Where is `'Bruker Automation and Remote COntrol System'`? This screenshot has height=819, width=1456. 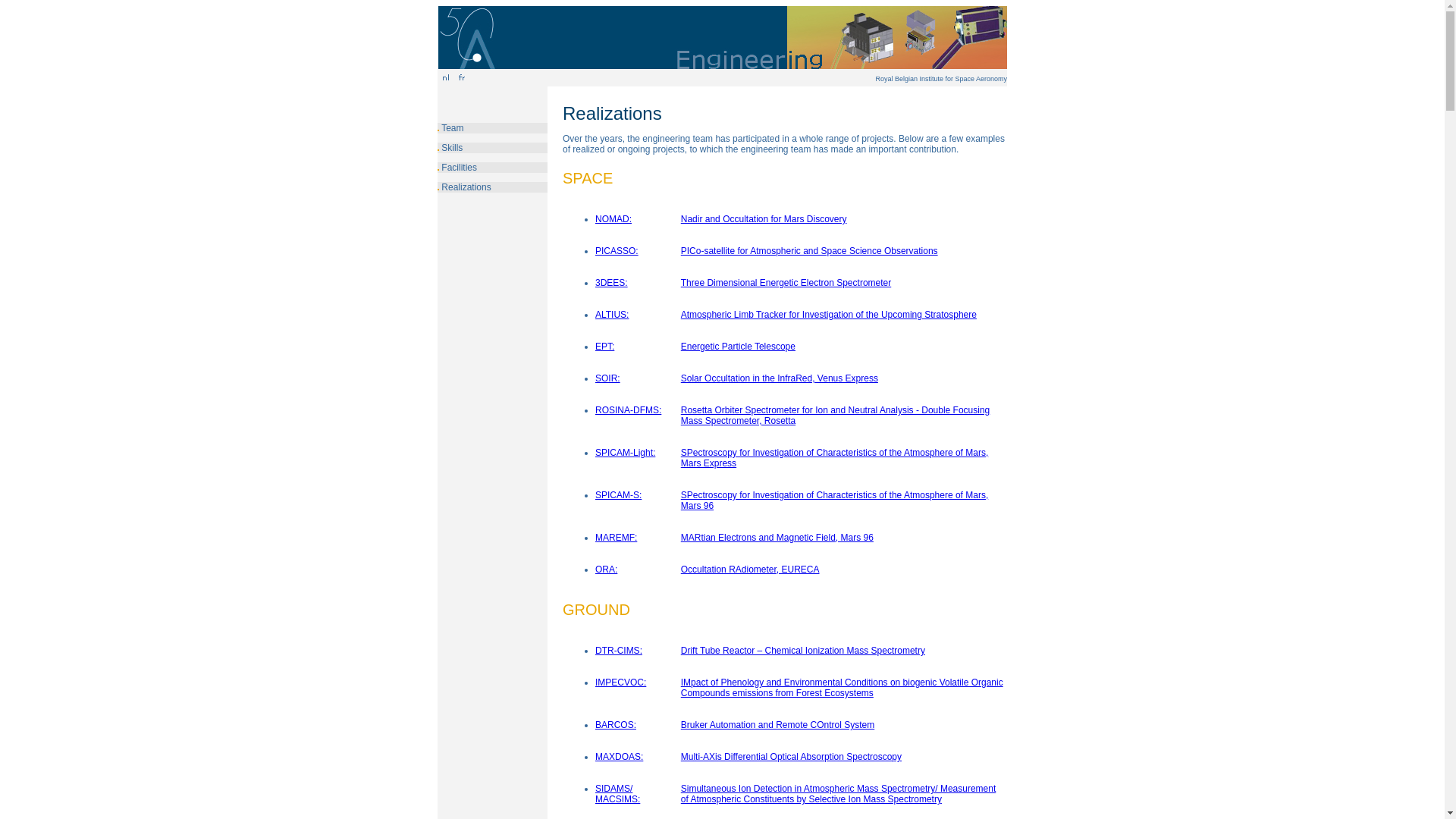
'Bruker Automation and Remote COntrol System' is located at coordinates (679, 724).